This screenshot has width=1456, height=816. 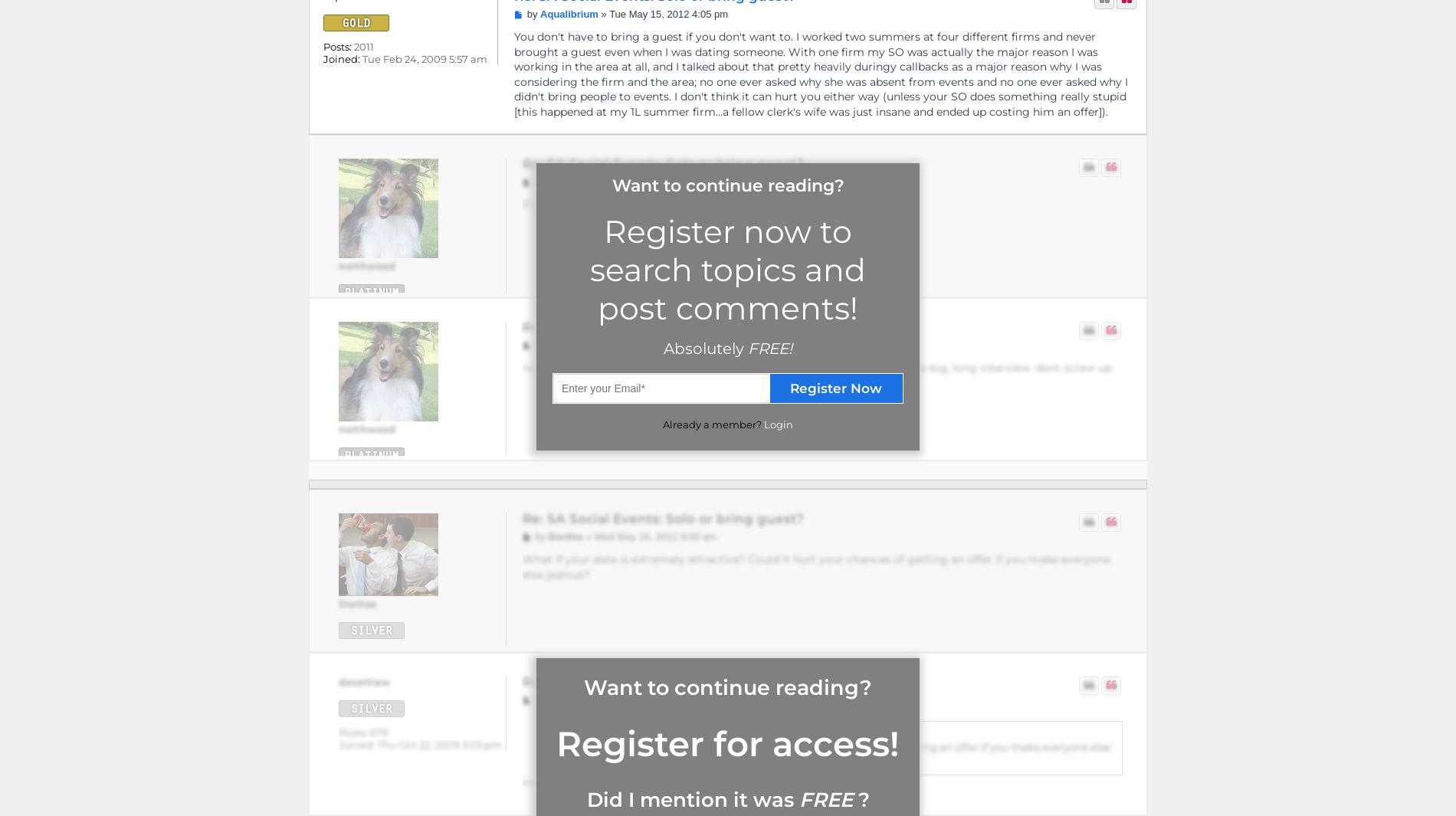 What do you see at coordinates (825, 800) in the screenshot?
I see `'FREE'` at bounding box center [825, 800].